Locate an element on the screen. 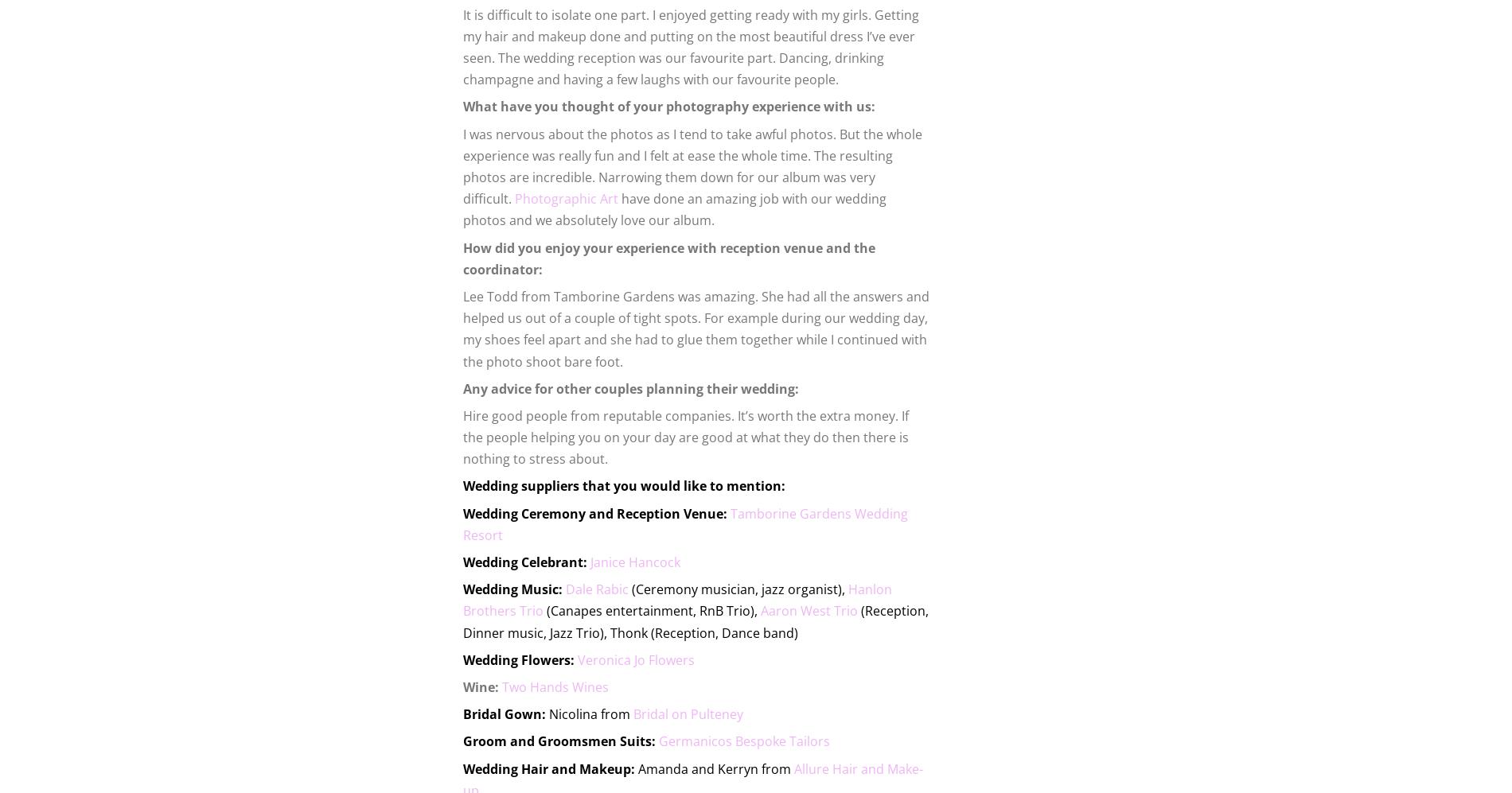  'Wedding Celebrant:' is located at coordinates (525, 561).